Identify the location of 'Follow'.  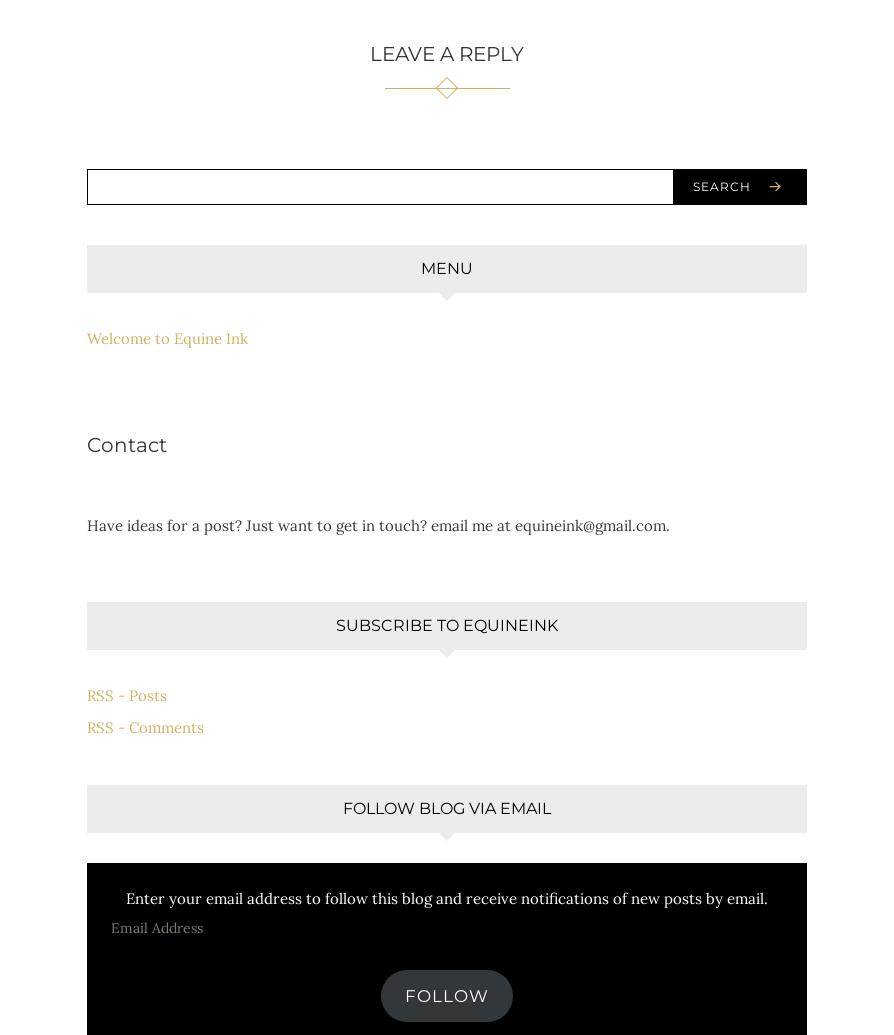
(447, 994).